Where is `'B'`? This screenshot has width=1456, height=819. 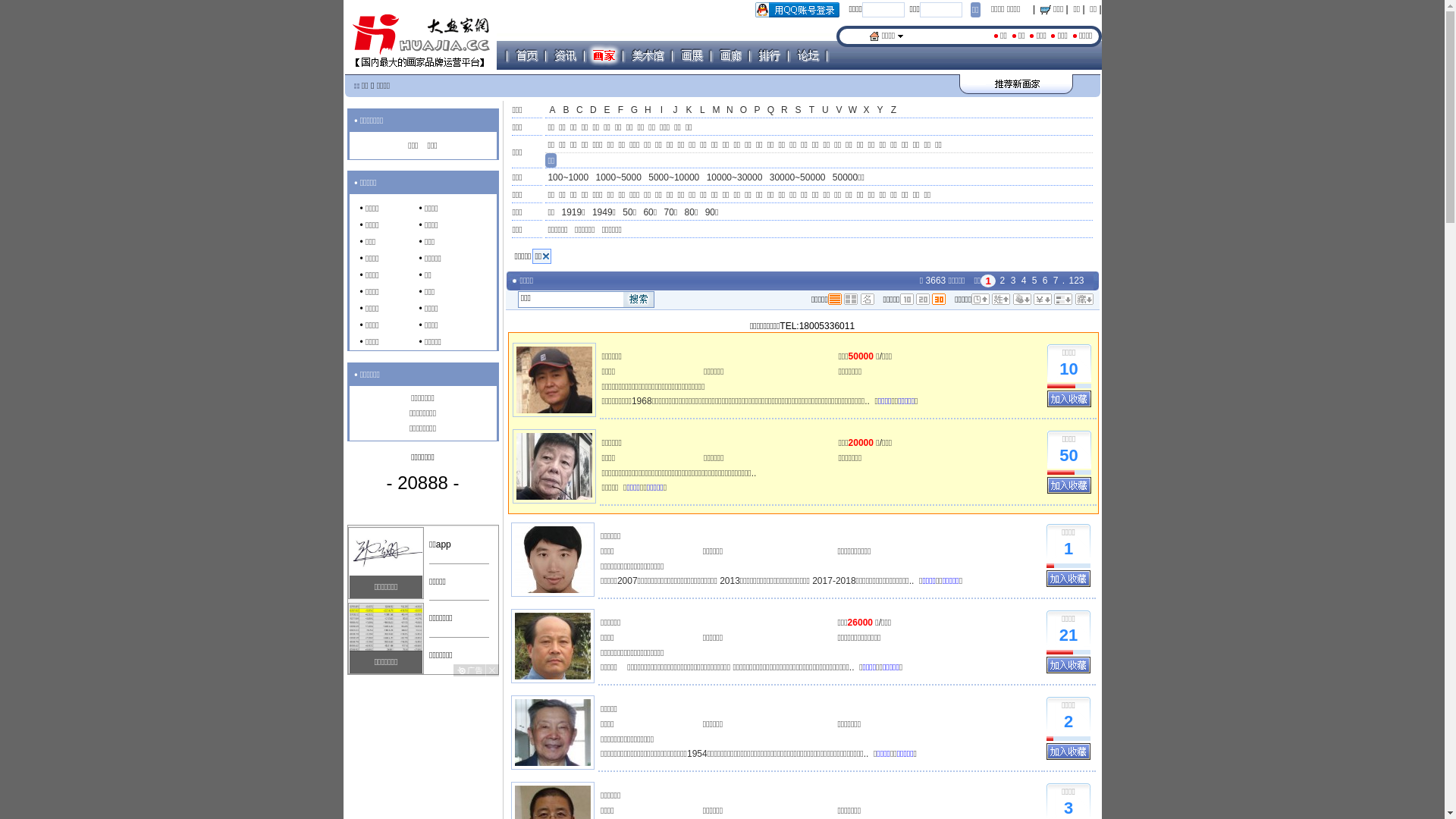
'B' is located at coordinates (564, 110).